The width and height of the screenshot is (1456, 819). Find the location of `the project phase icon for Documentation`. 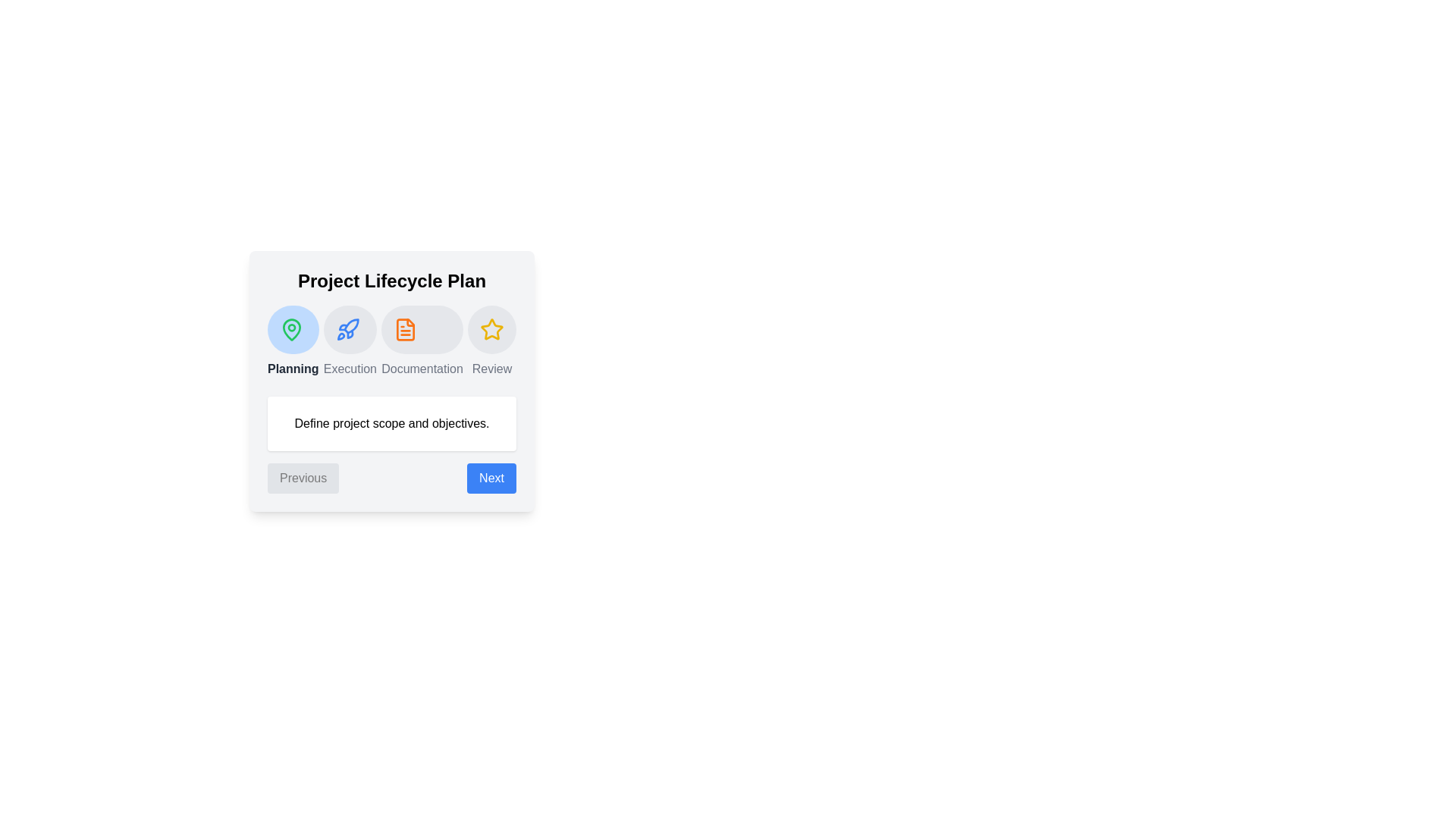

the project phase icon for Documentation is located at coordinates (422, 329).